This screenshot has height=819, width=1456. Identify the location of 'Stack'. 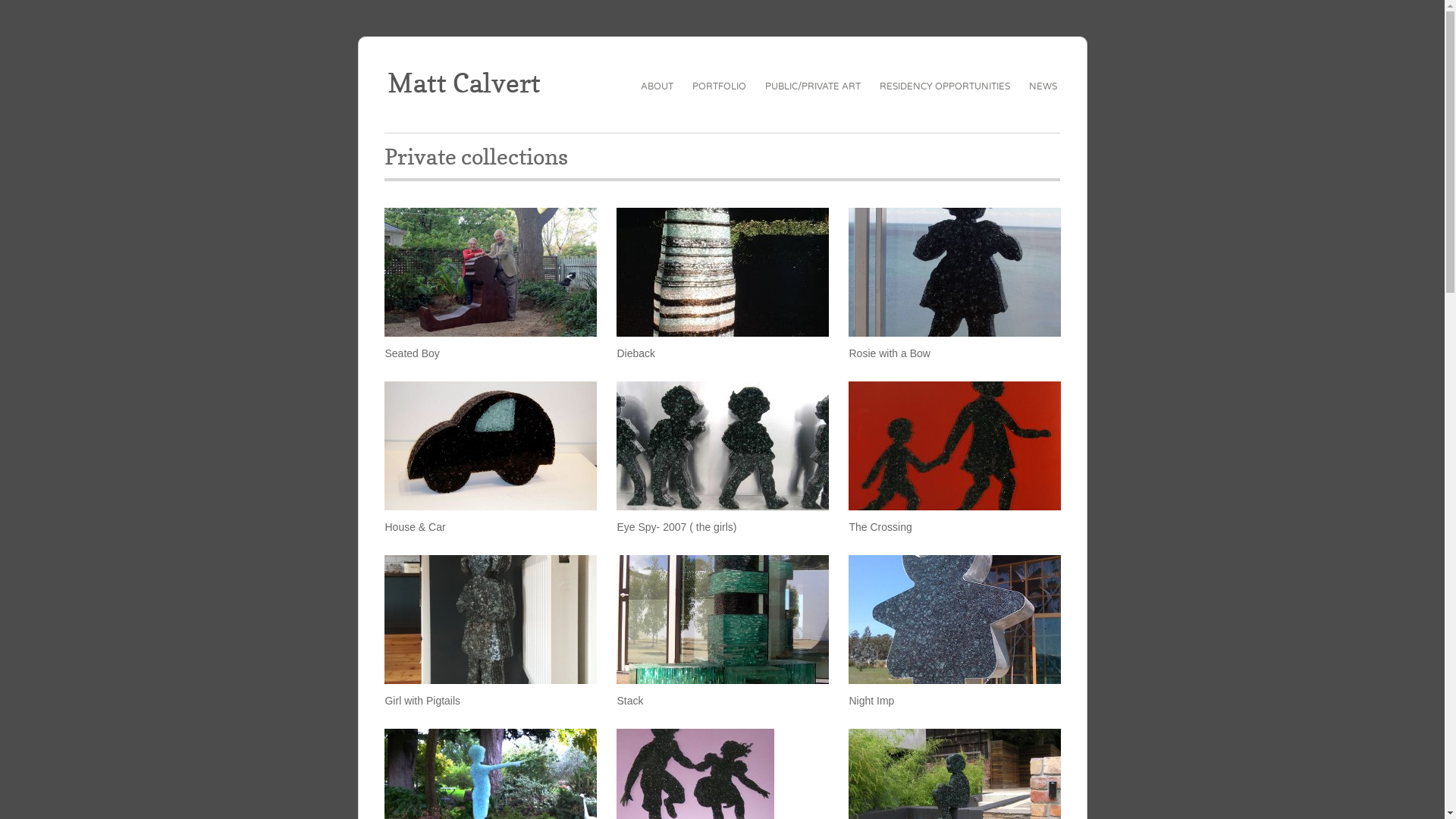
(629, 701).